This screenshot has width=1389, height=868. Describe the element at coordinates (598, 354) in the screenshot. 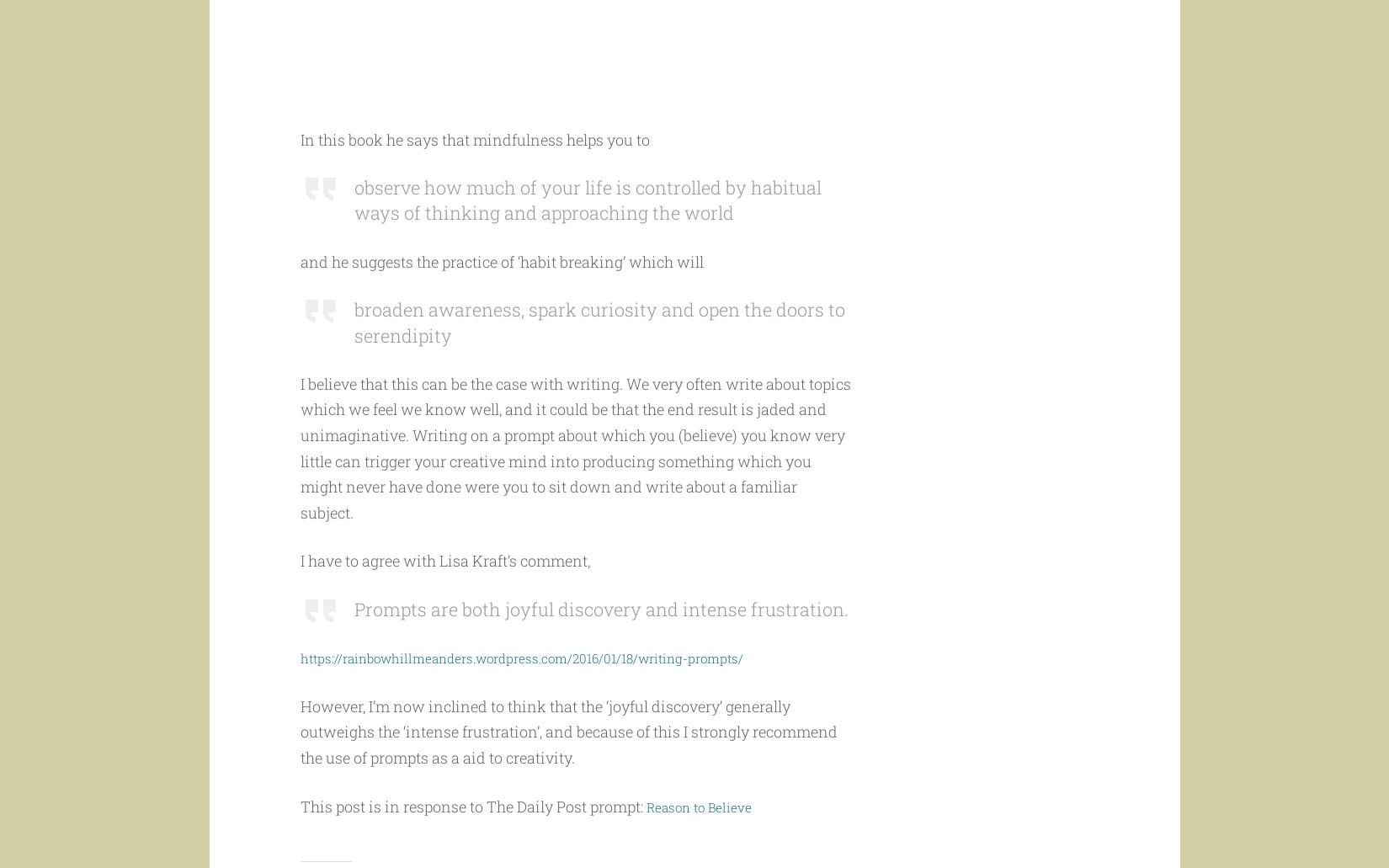

I see `'broaden awareness, spark curiosity and open the doors to serendipity'` at that location.